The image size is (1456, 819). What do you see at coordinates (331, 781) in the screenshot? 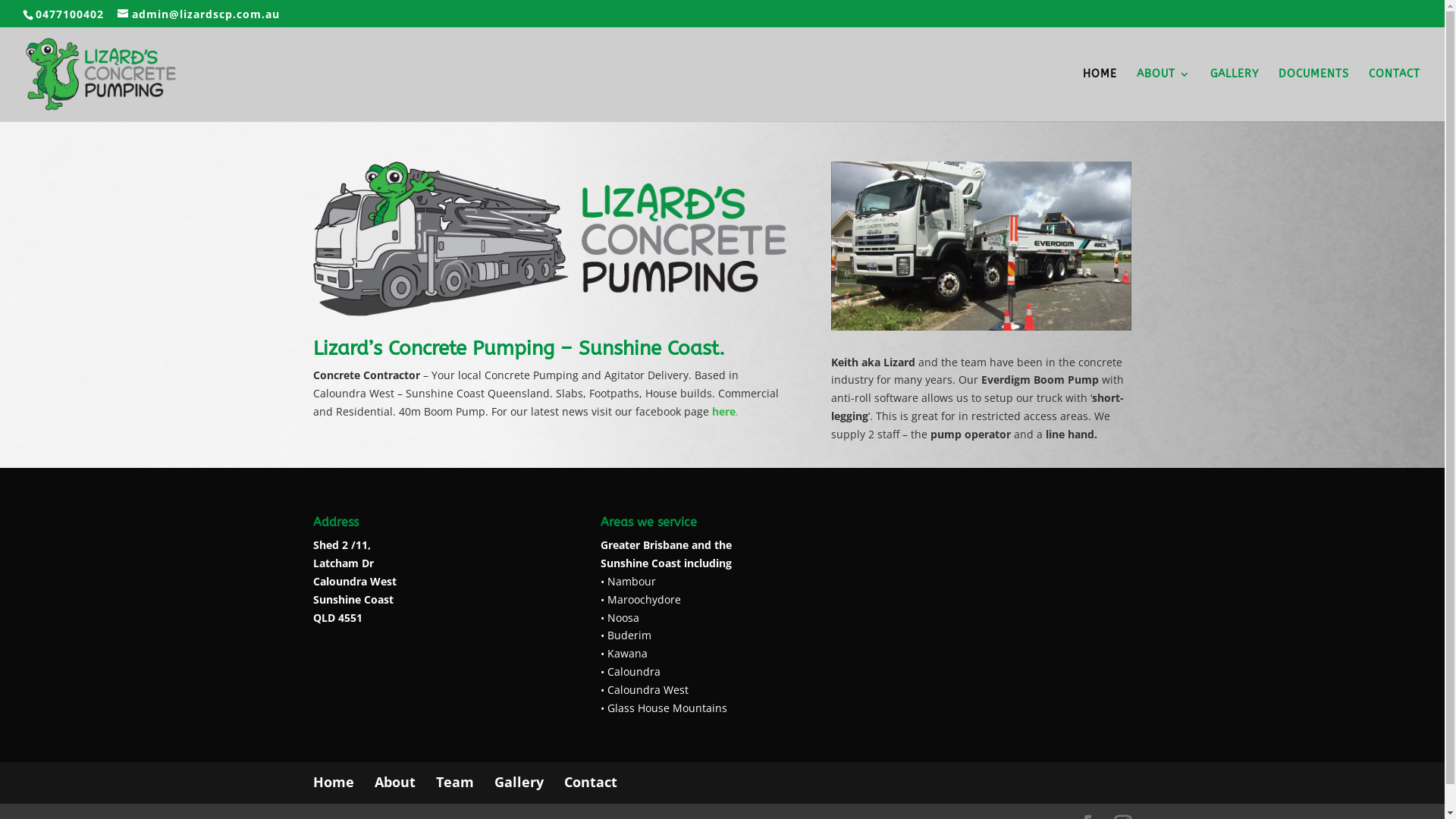
I see `'Home'` at bounding box center [331, 781].